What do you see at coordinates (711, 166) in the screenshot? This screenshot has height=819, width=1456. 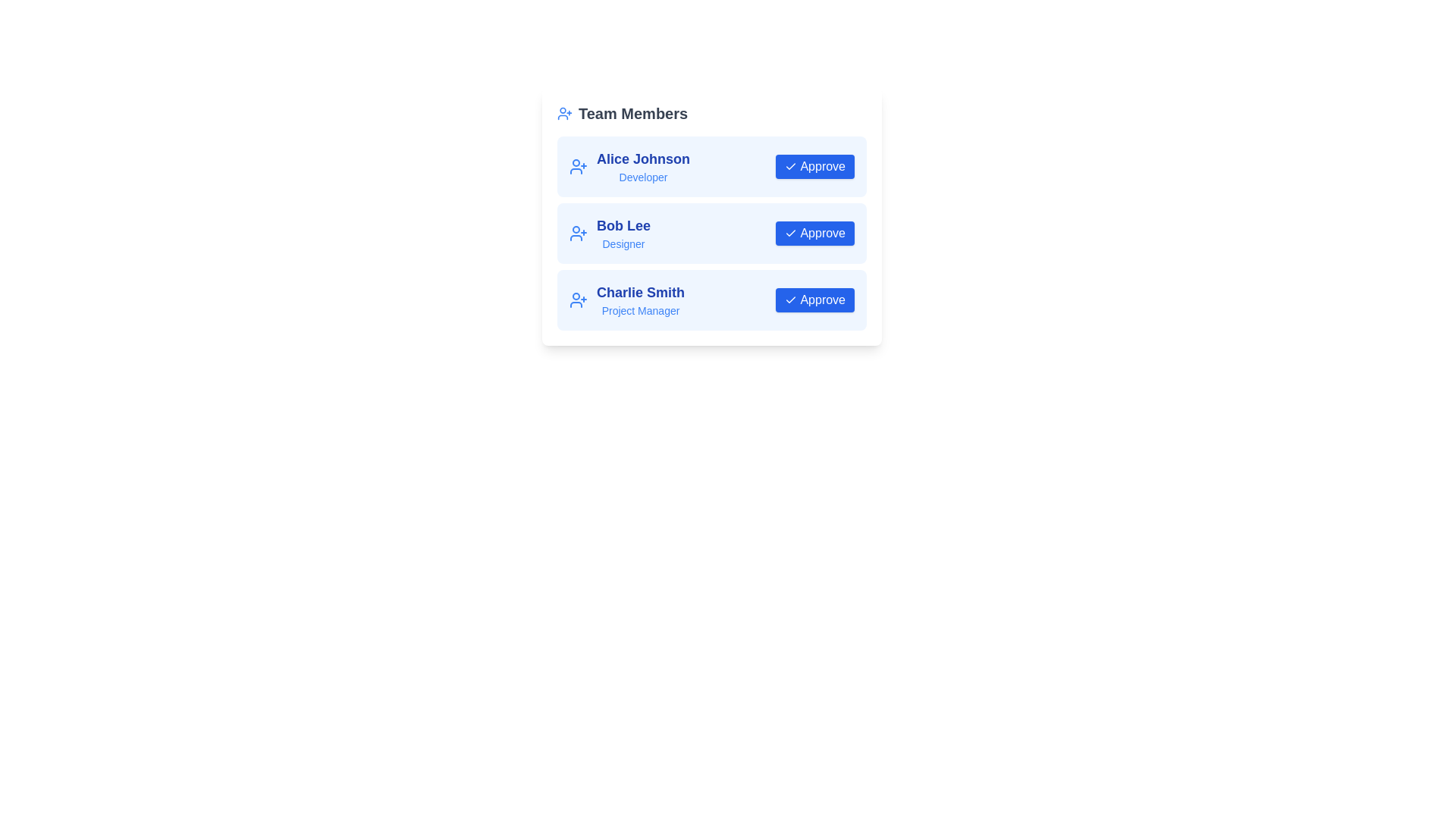 I see `the first team member's card in the 'Team Members' section` at bounding box center [711, 166].